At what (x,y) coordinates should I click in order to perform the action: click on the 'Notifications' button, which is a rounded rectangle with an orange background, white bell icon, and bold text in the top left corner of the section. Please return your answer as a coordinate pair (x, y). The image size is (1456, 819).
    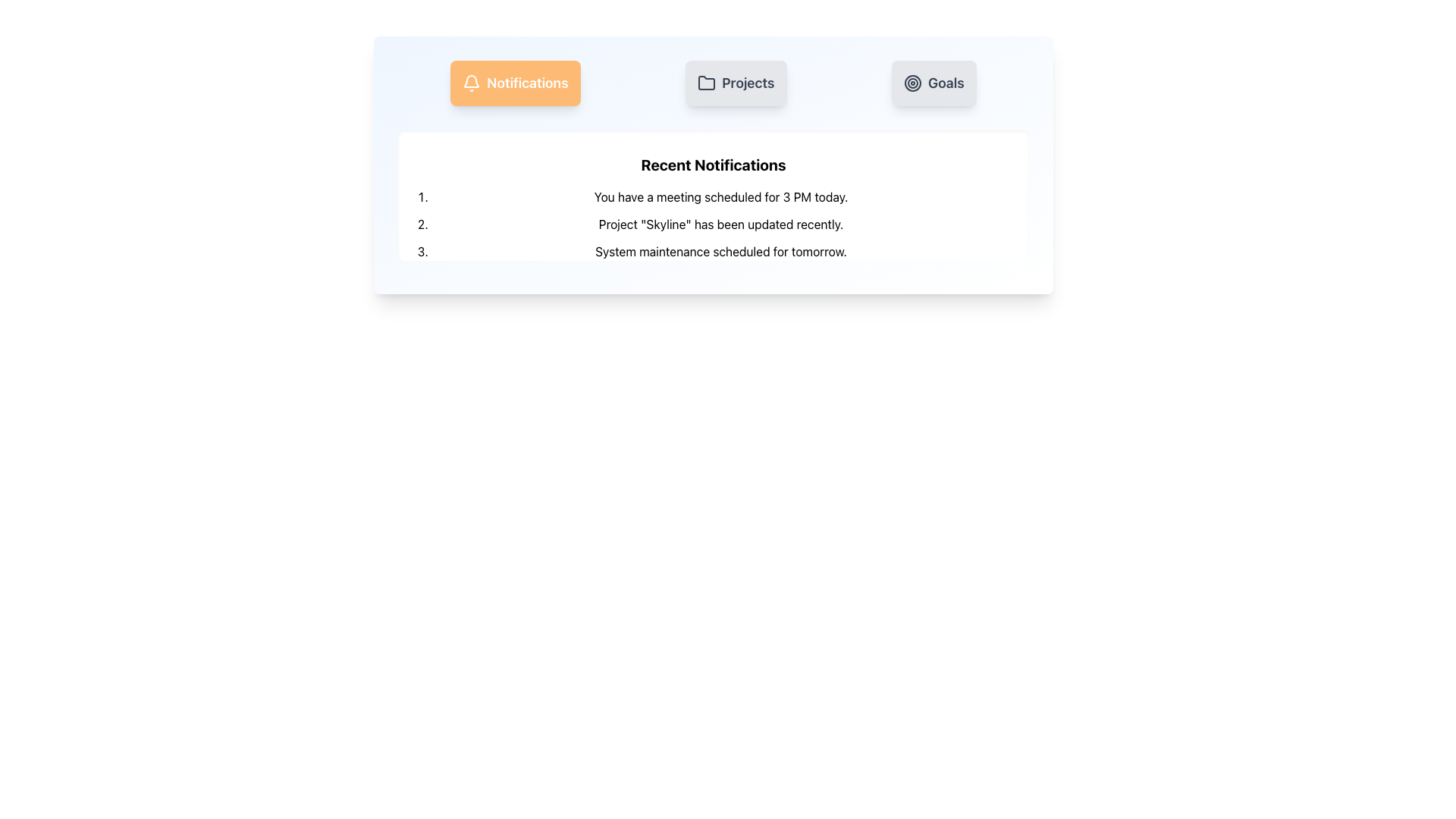
    Looking at the image, I should click on (515, 83).